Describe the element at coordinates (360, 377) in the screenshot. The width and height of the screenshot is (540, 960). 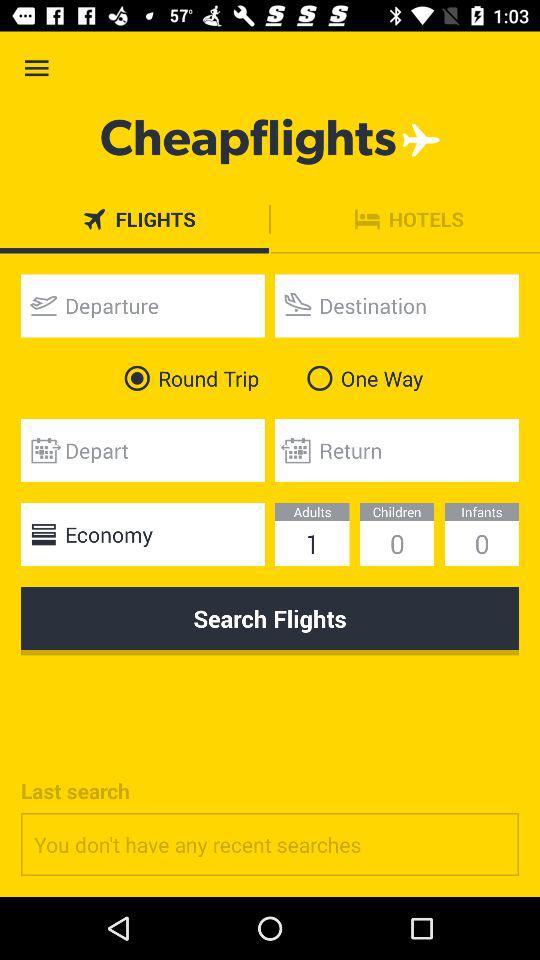
I see `the one way icon` at that location.